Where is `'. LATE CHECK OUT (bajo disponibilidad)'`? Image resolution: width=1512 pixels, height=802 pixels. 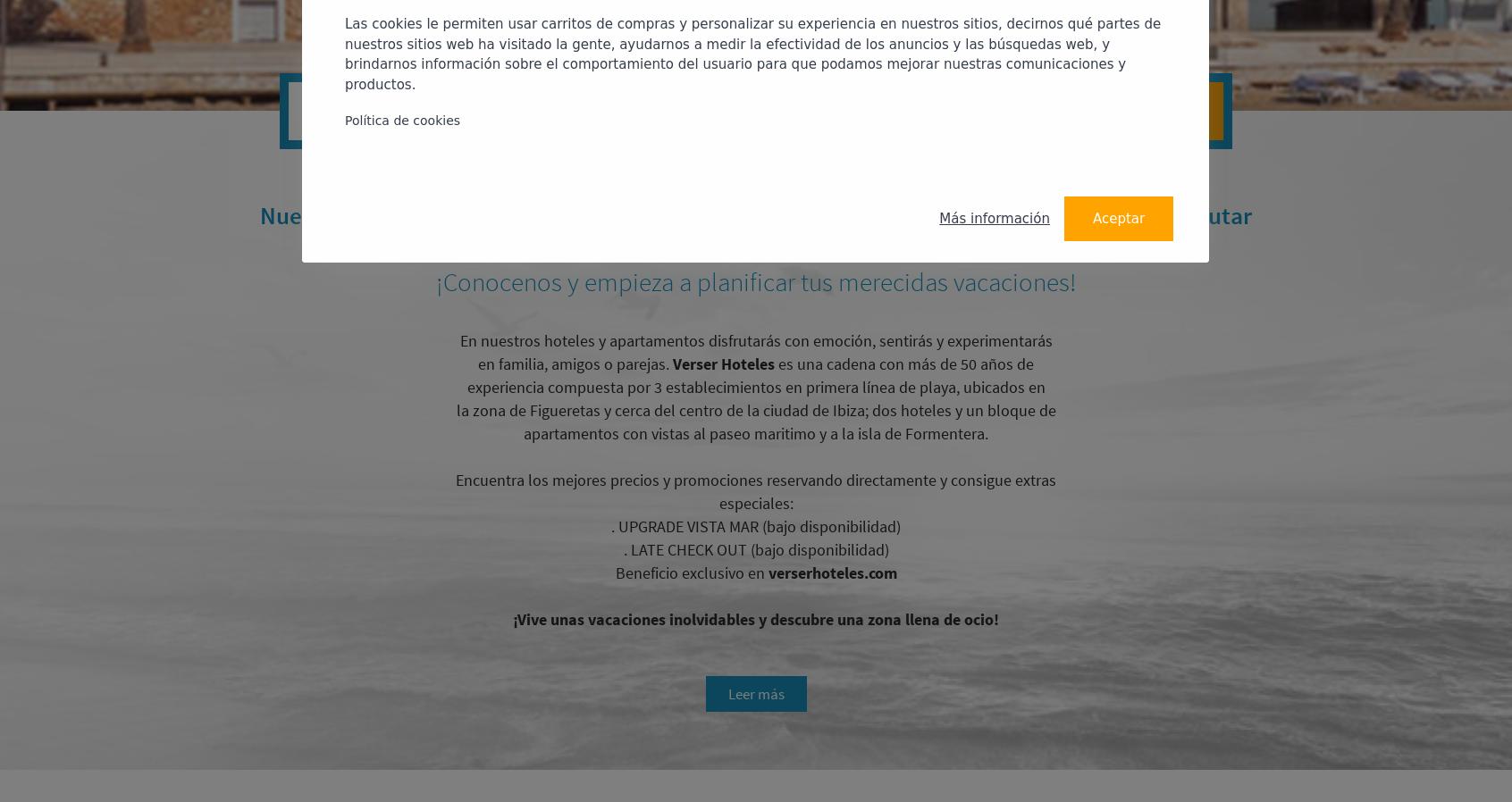 '. LATE CHECK OUT (bajo disponibilidad)' is located at coordinates (755, 548).